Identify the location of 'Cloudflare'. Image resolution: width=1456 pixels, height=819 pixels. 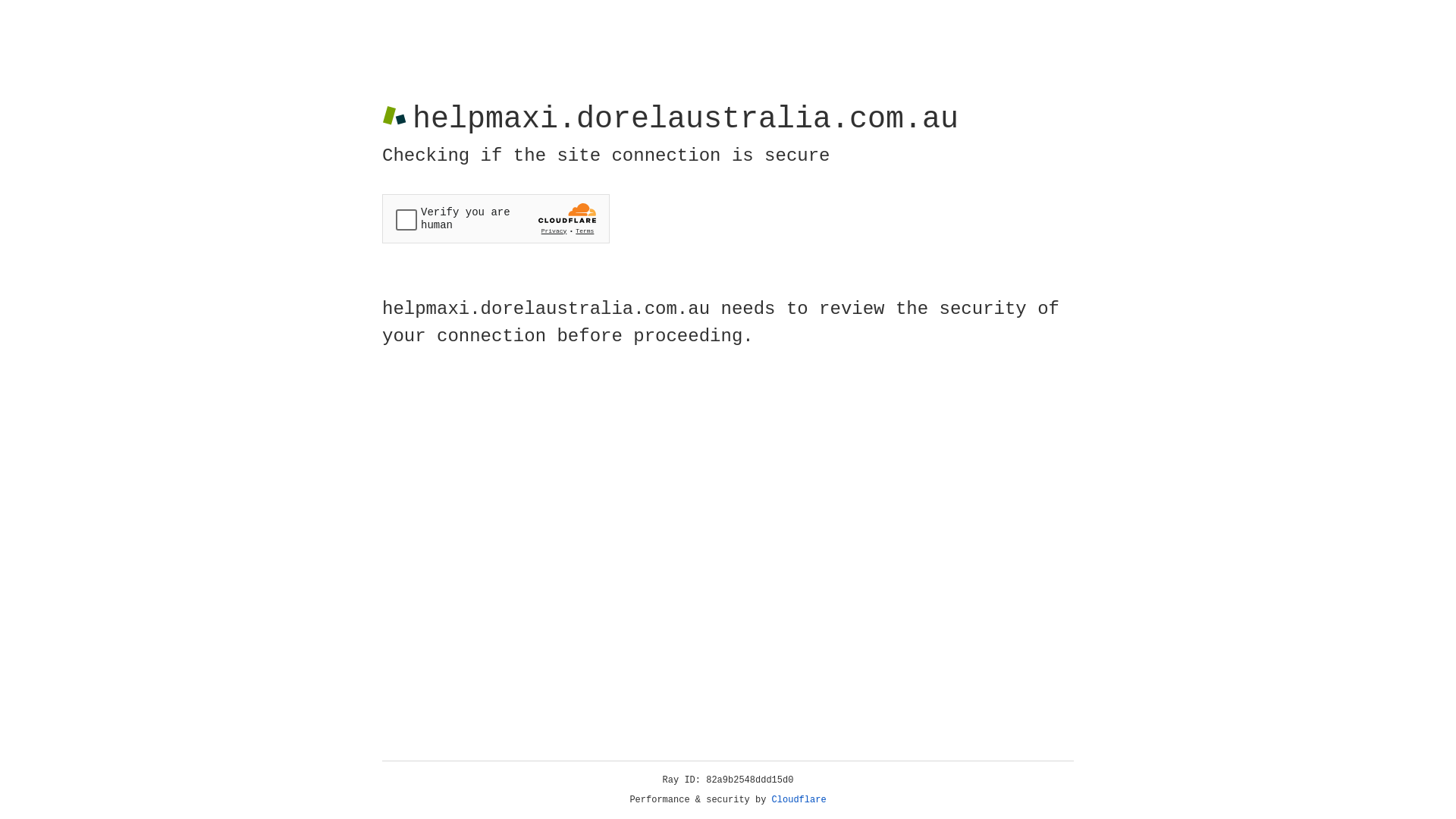
(799, 799).